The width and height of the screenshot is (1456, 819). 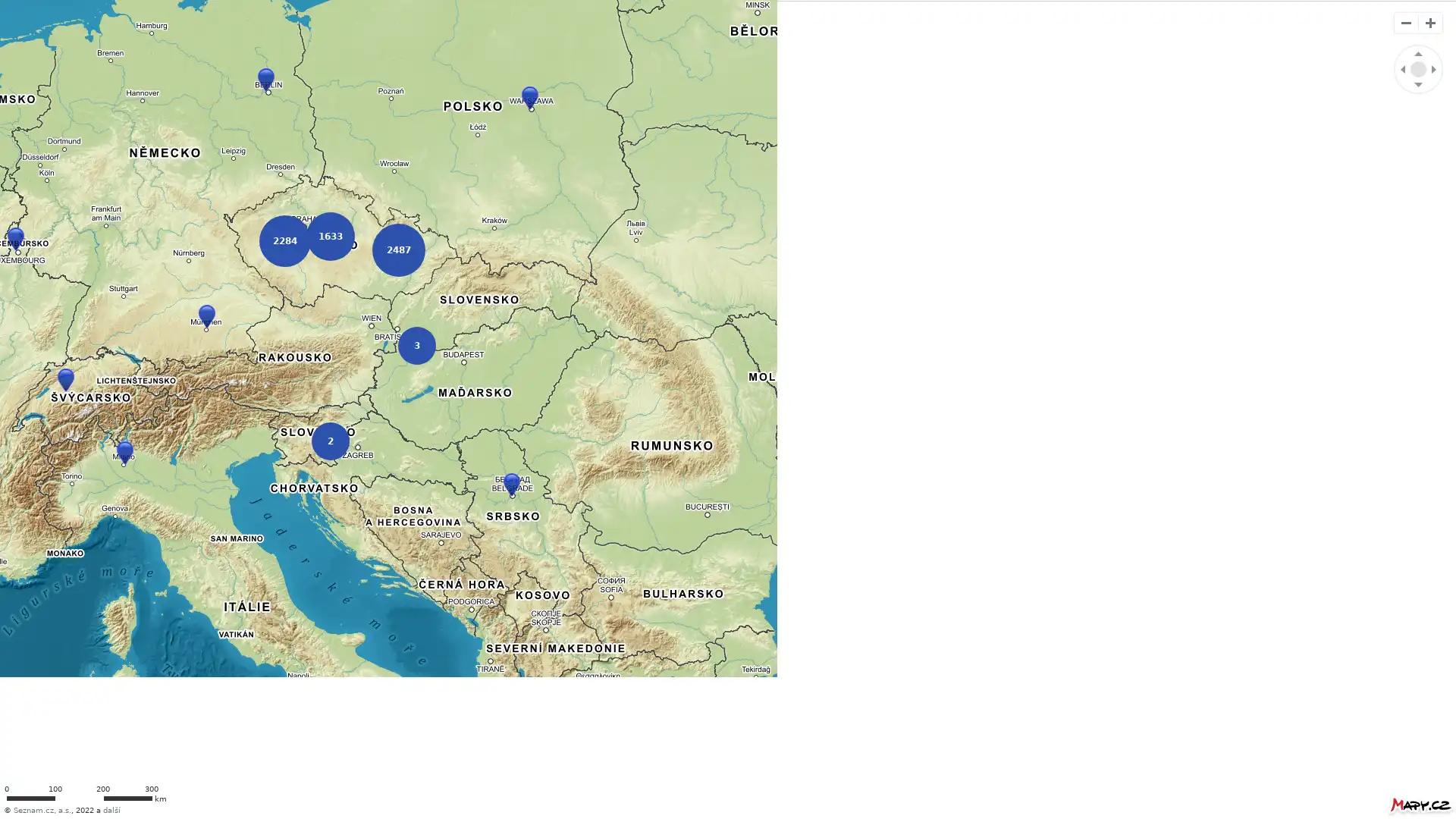 What do you see at coordinates (1429, 23) in the screenshot?
I see `Priblizit` at bounding box center [1429, 23].